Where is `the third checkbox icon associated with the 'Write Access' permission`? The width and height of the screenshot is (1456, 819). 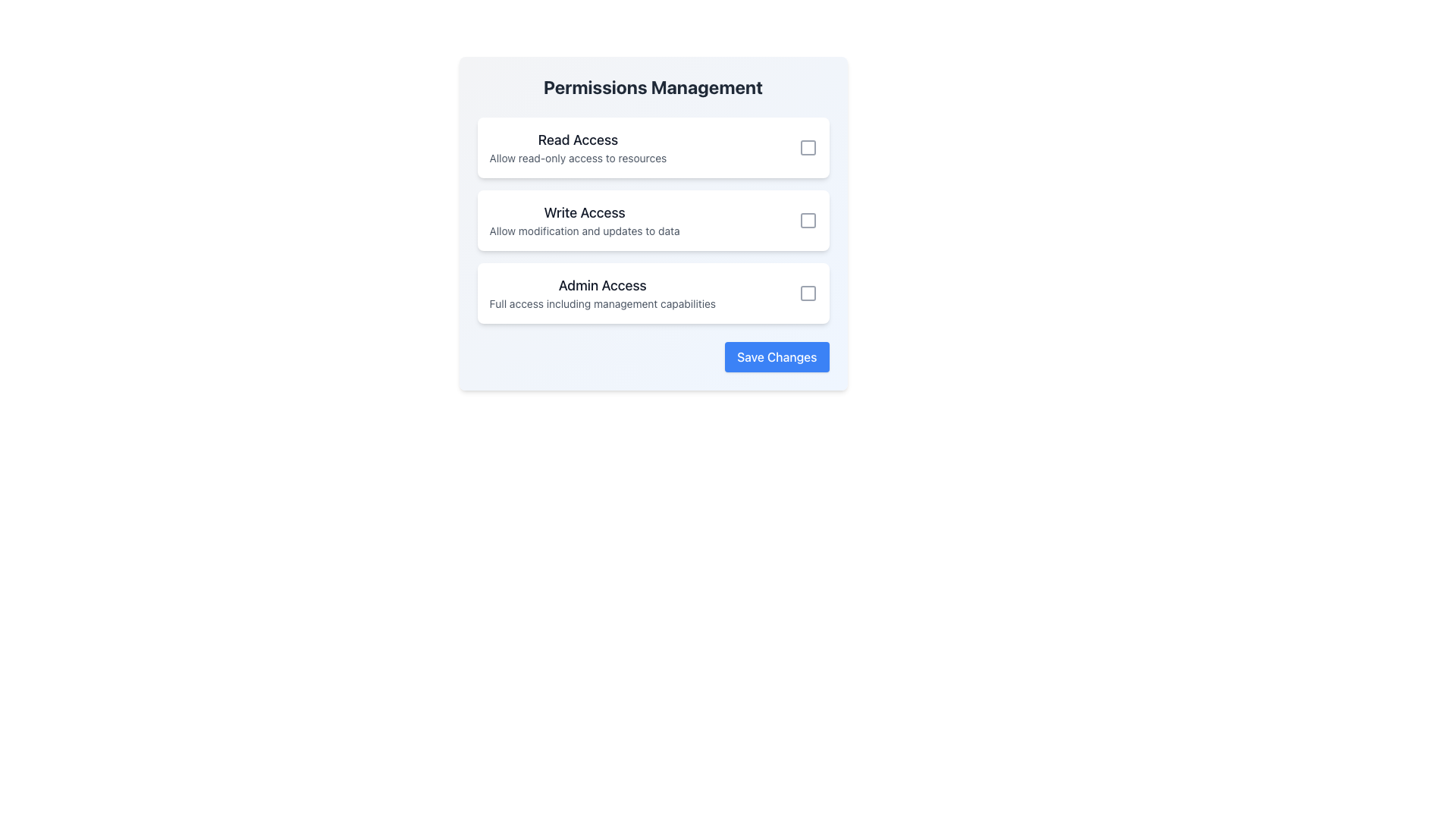
the third checkbox icon associated with the 'Write Access' permission is located at coordinates (807, 220).